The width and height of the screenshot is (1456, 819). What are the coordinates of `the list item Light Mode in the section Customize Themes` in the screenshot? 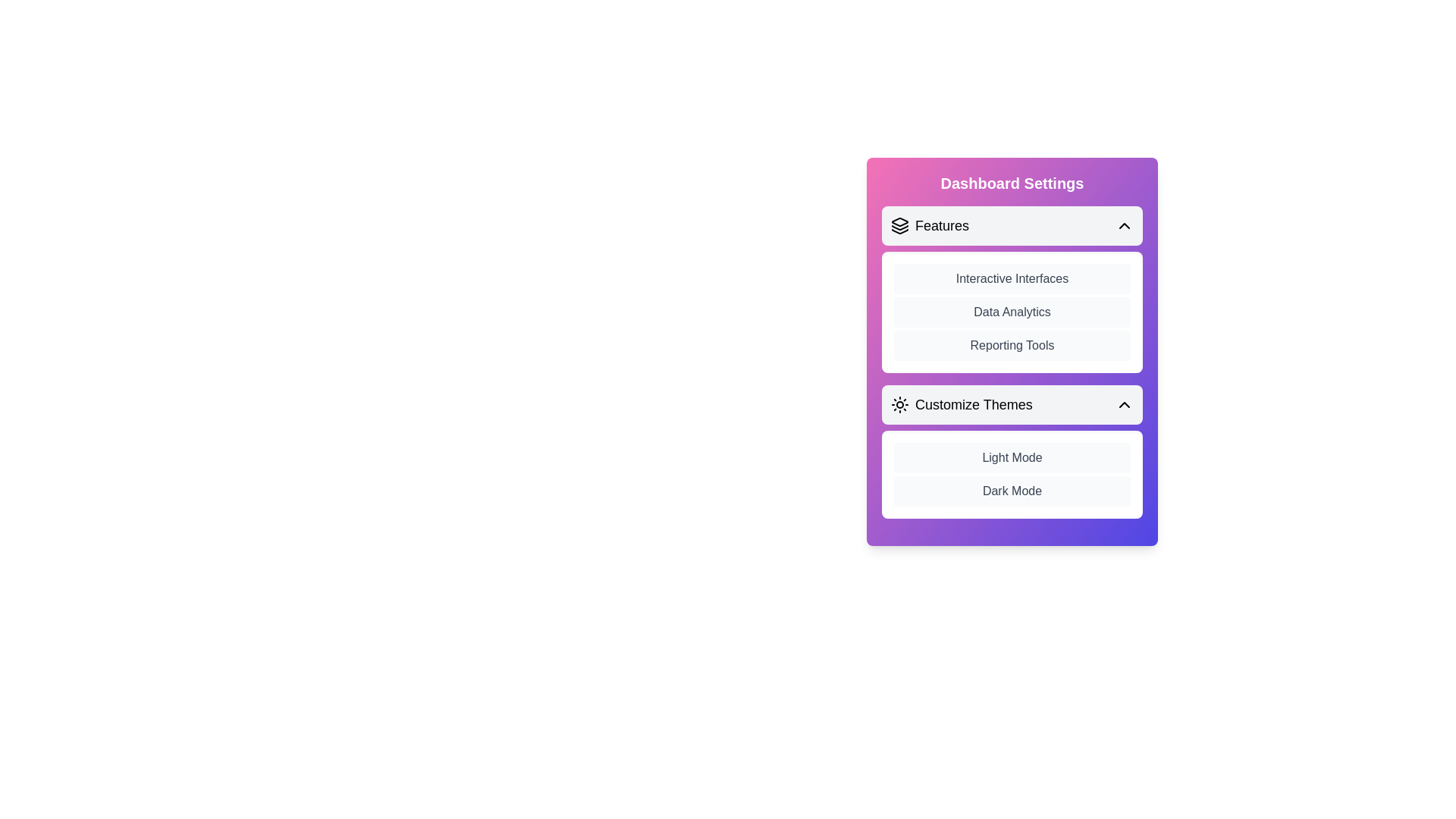 It's located at (1012, 457).